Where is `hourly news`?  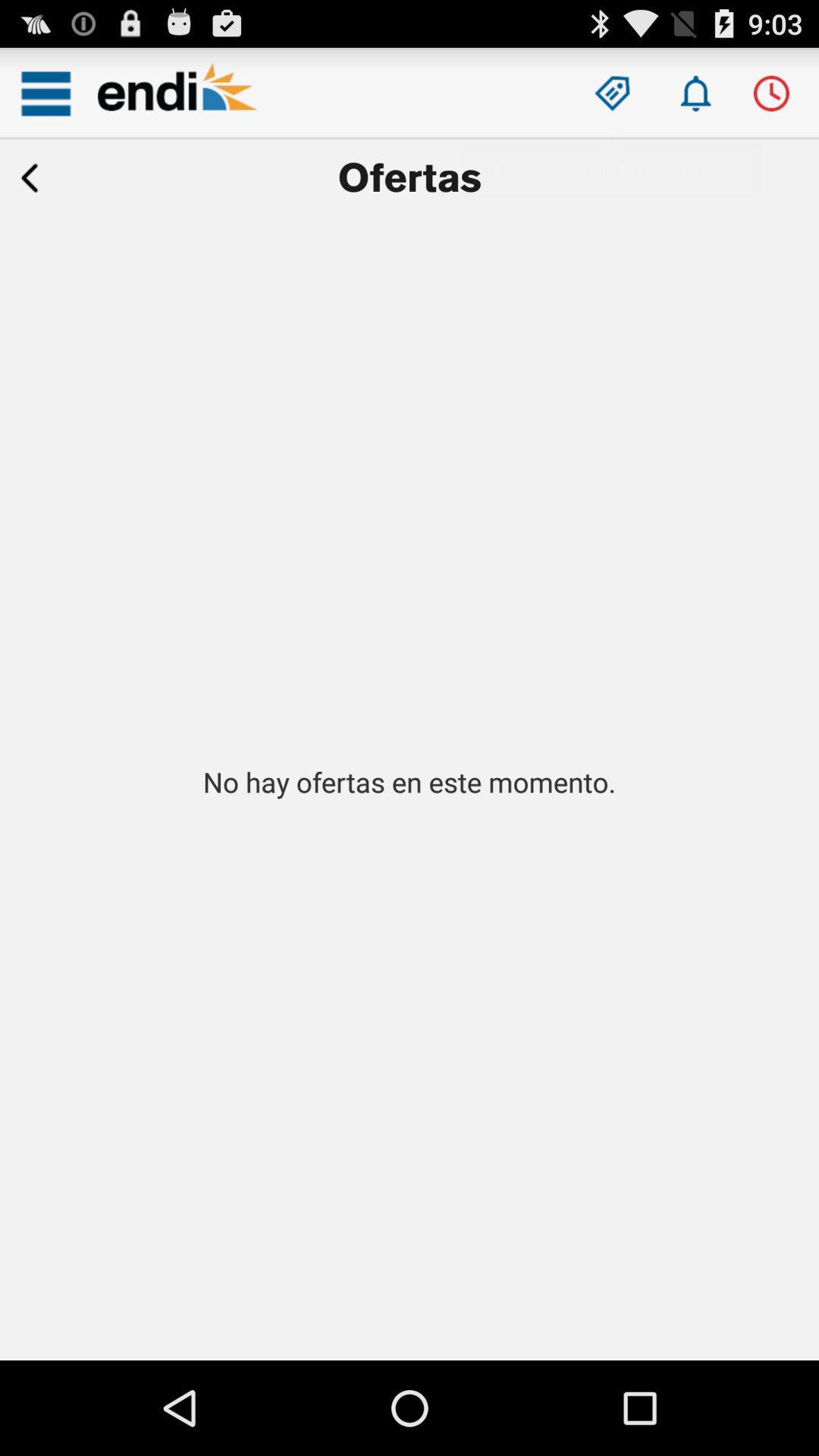 hourly news is located at coordinates (771, 93).